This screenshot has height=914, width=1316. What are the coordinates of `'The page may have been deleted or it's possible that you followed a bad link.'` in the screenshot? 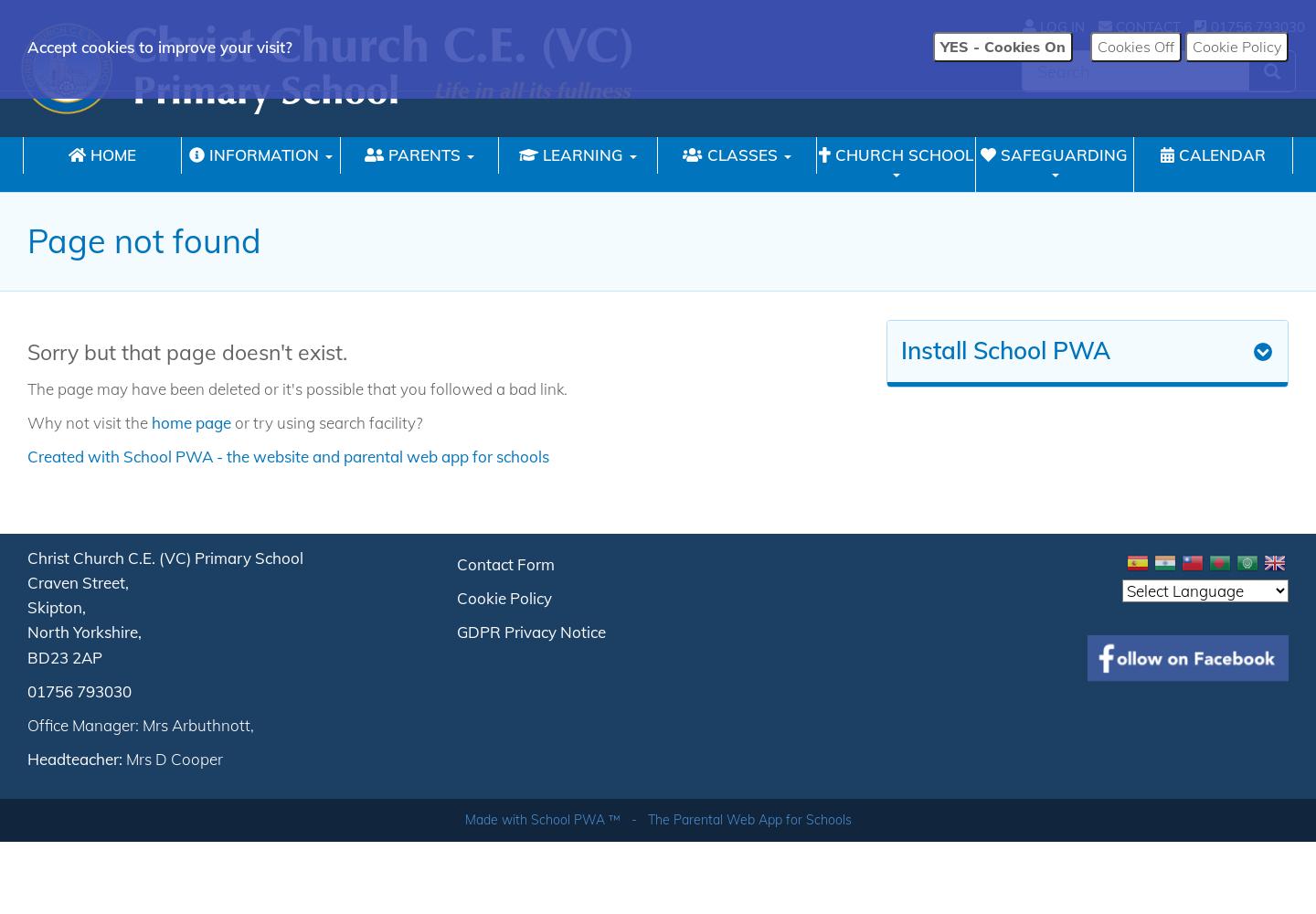 It's located at (297, 388).